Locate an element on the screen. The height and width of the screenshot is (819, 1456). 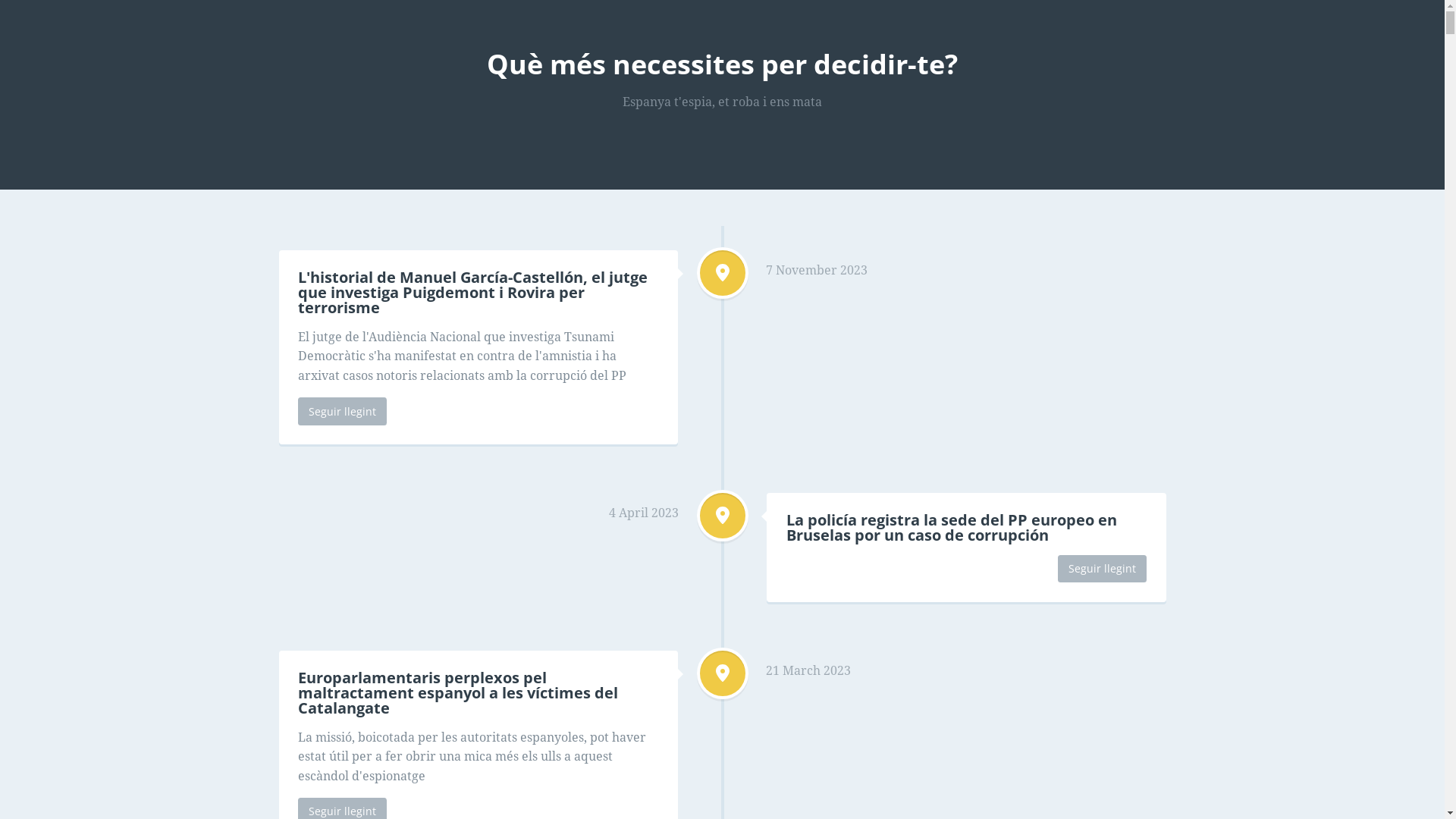
'Seguir llegint' is located at coordinates (1102, 568).